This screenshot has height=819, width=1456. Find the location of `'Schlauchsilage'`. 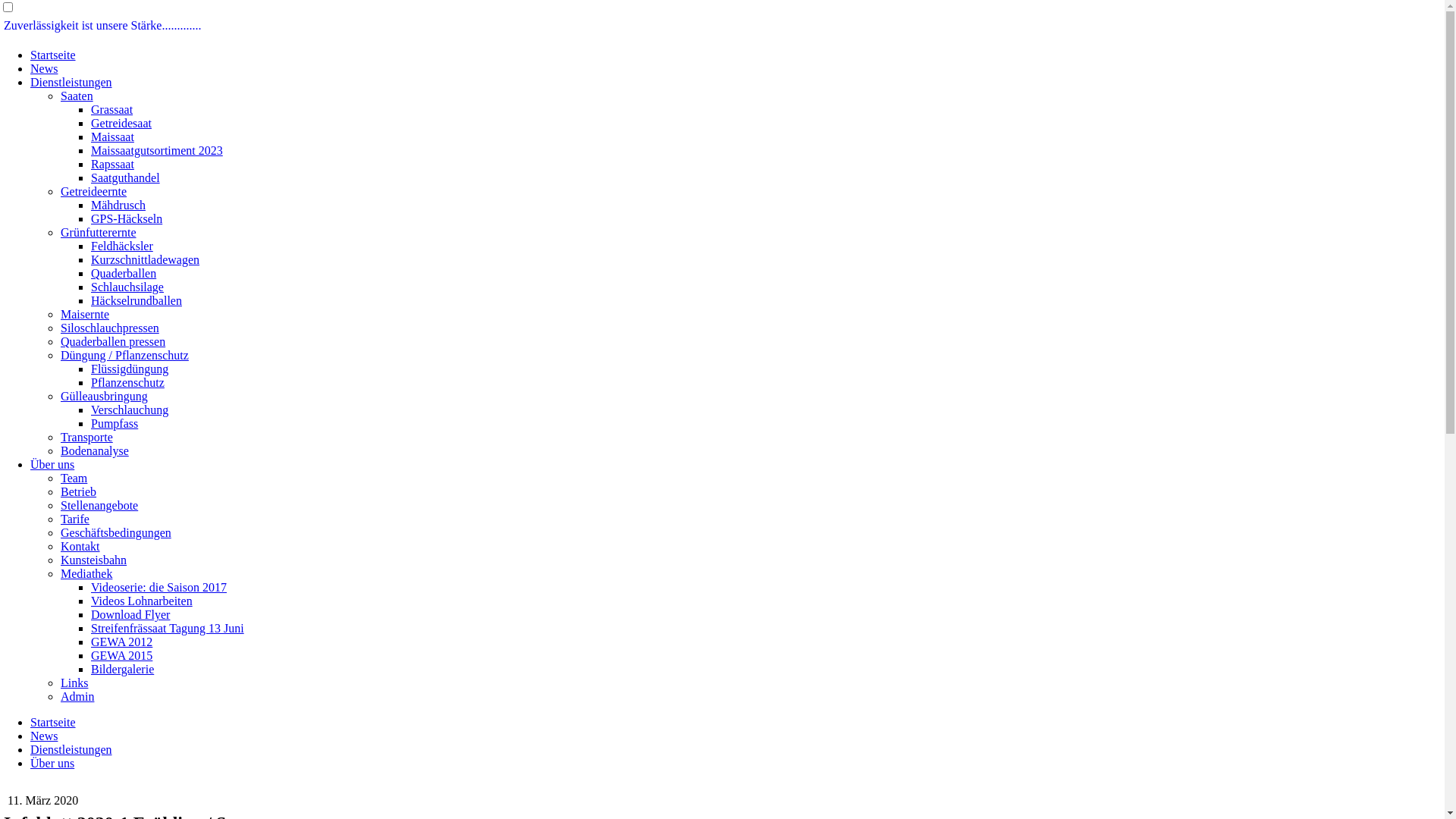

'Schlauchsilage' is located at coordinates (90, 287).